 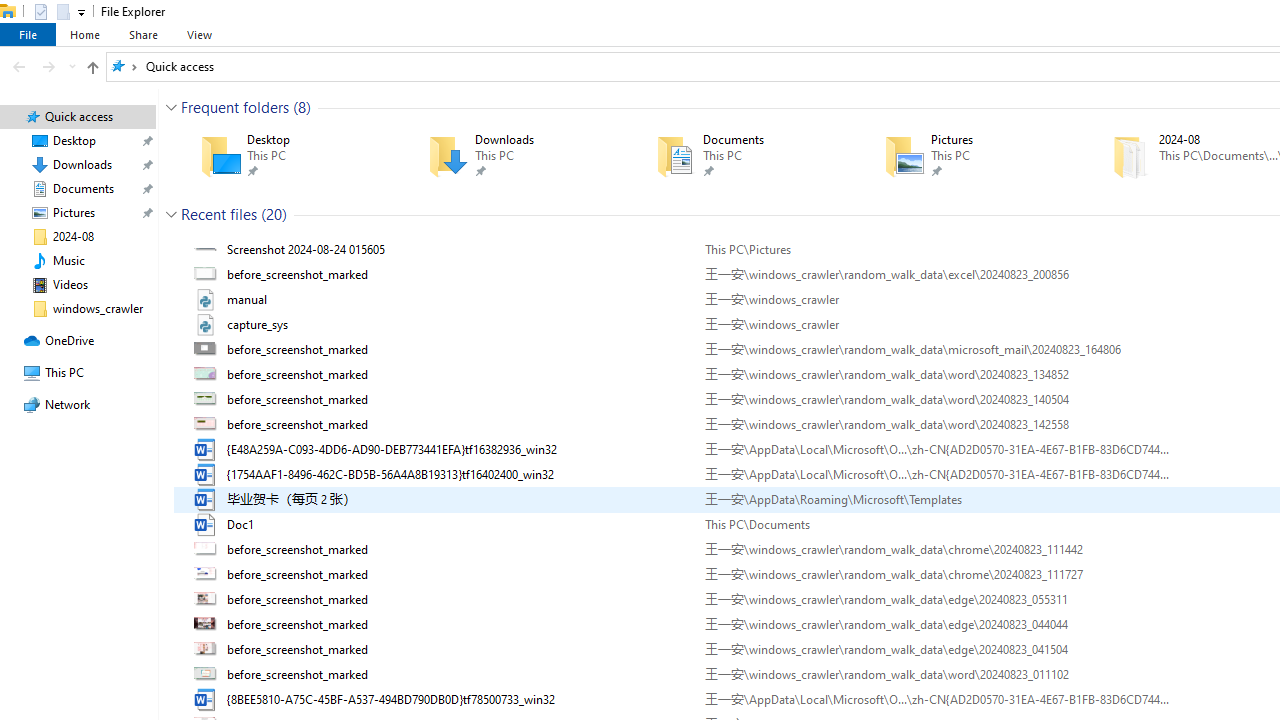 I want to click on 'Pictures', so click(x=969, y=155).